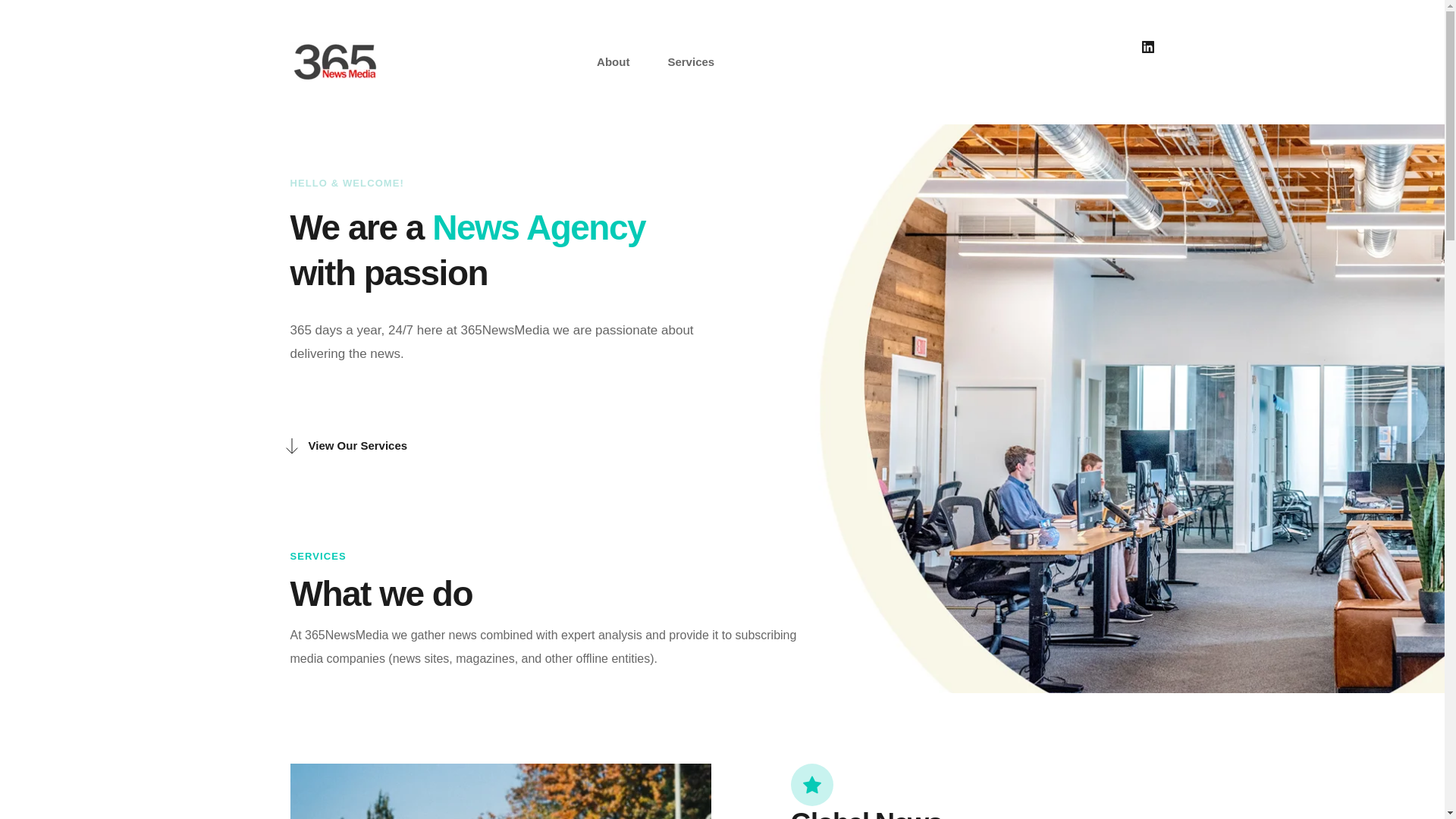  What do you see at coordinates (690, 61) in the screenshot?
I see `'Services'` at bounding box center [690, 61].